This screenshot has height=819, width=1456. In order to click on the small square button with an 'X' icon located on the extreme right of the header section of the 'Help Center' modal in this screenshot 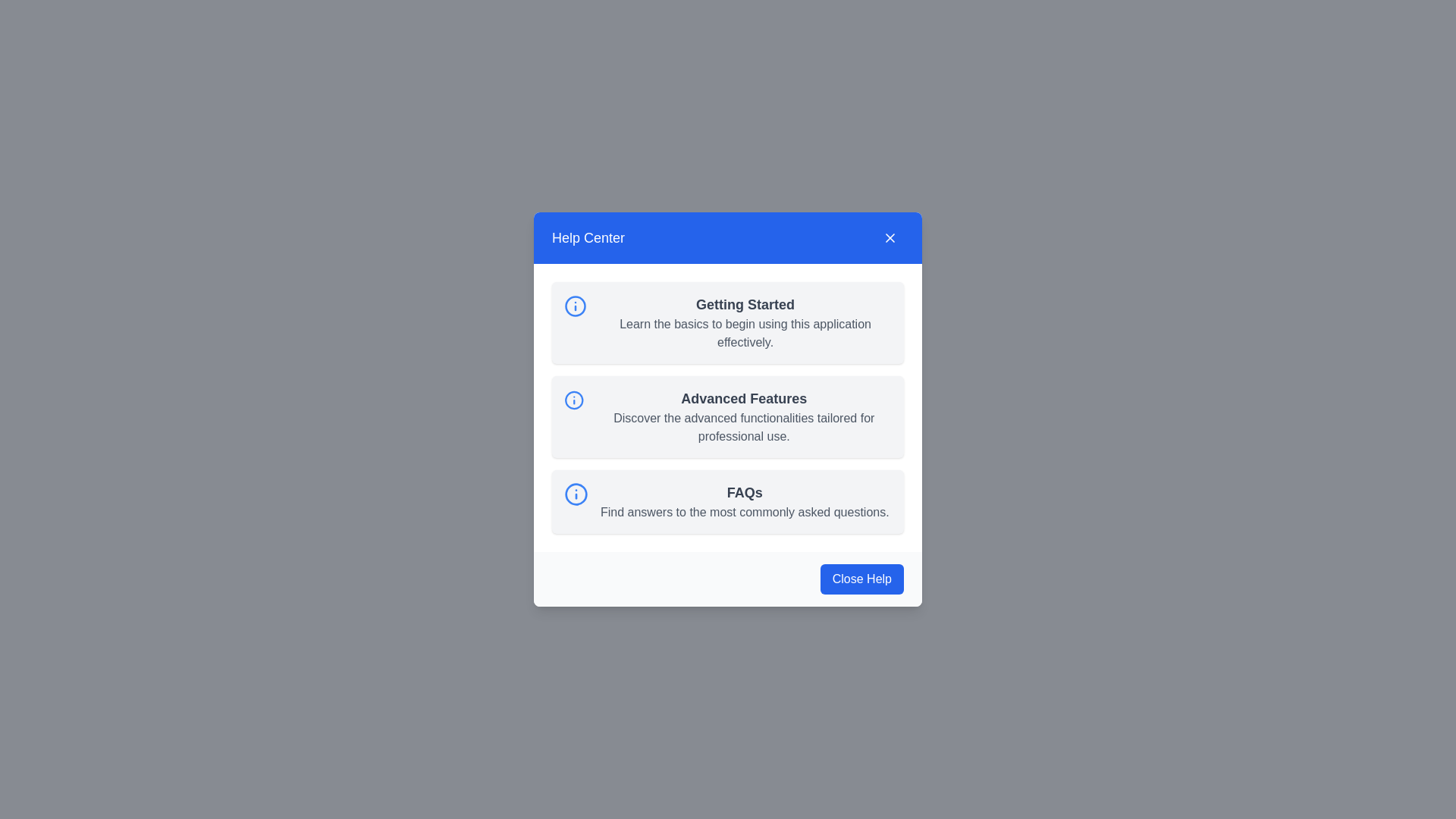, I will do `click(890, 237)`.